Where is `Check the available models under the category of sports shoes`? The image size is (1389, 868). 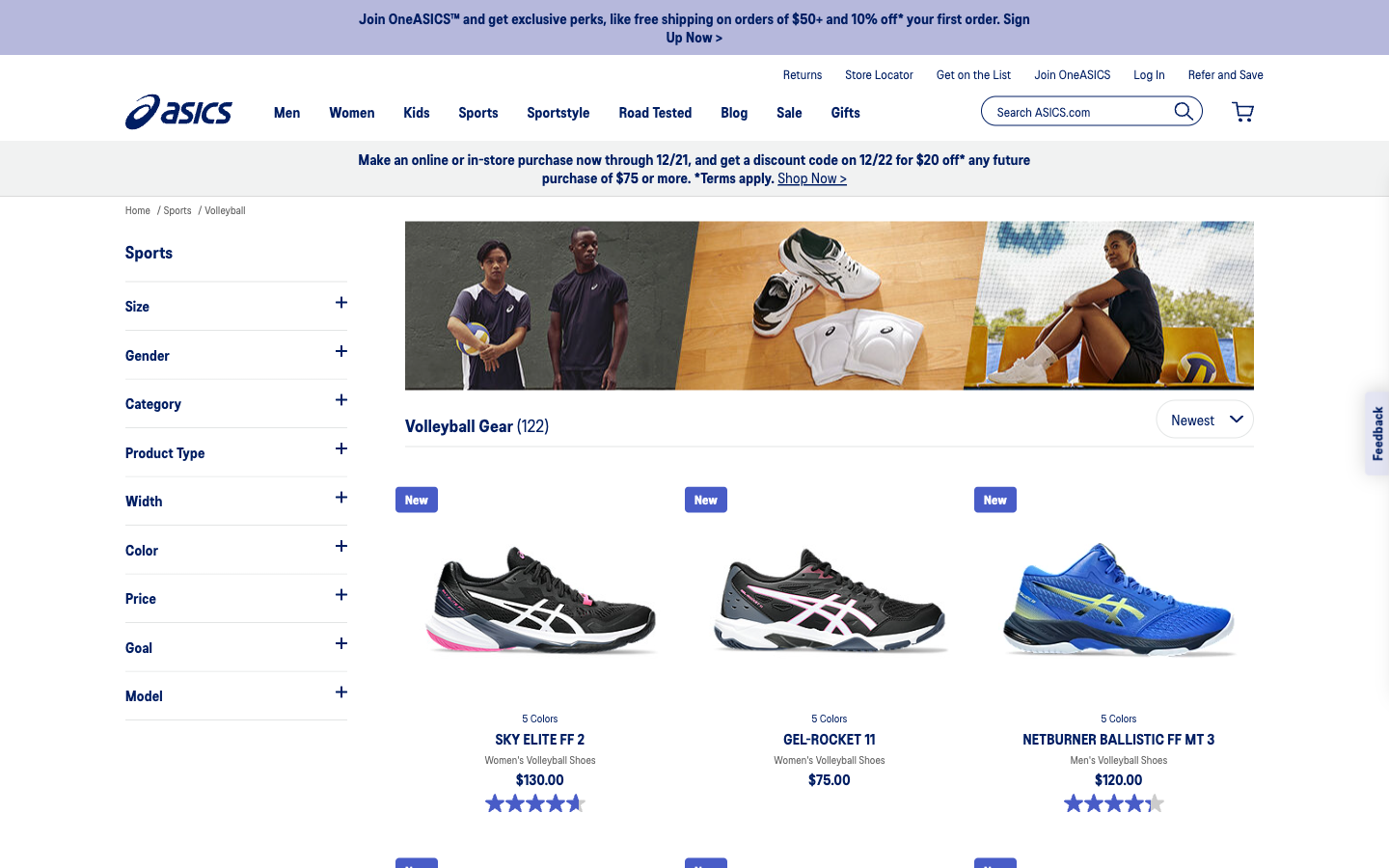 Check the available models under the category of sports shoes is located at coordinates (234, 693).